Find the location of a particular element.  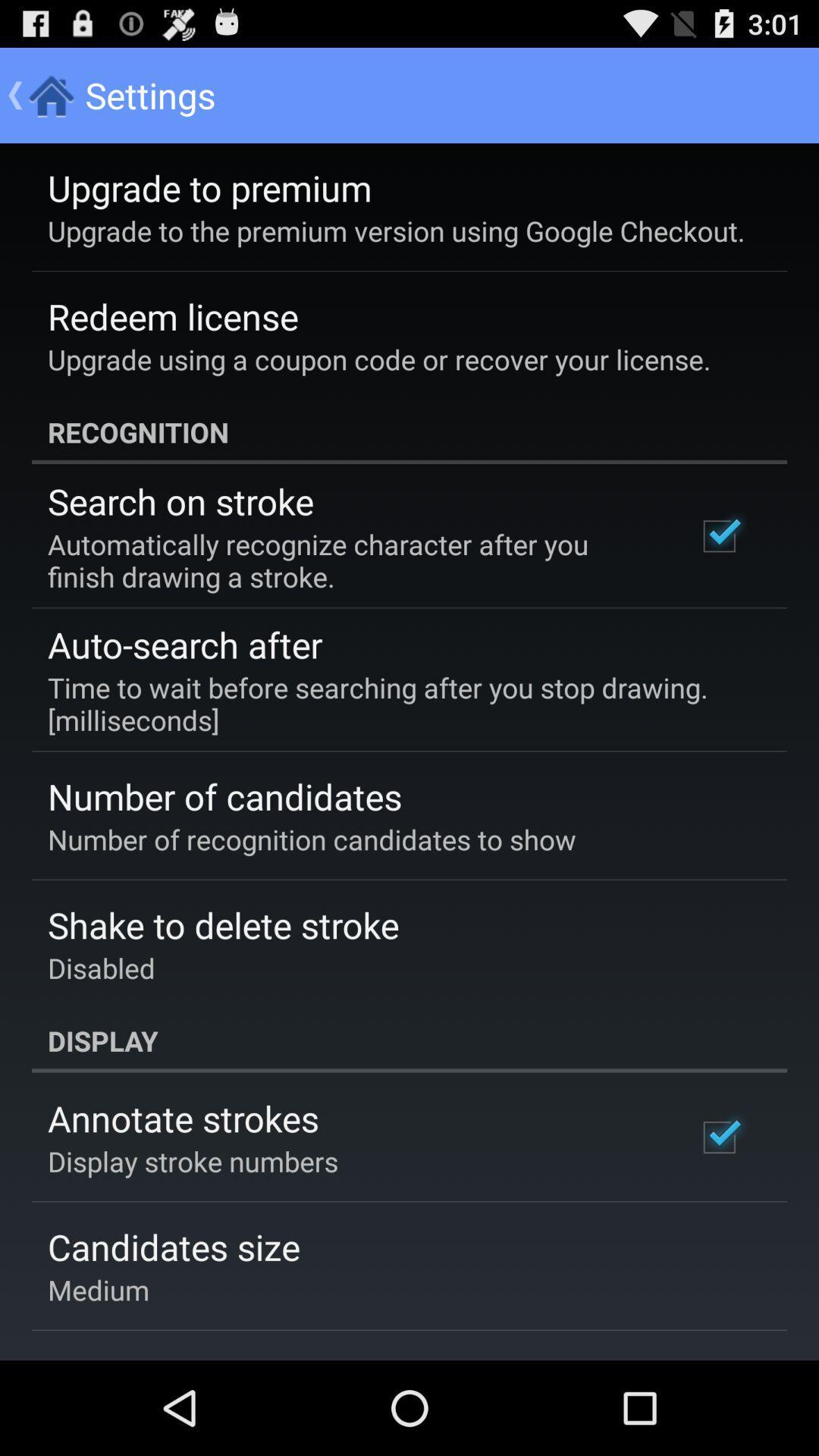

the app below the search on stroke is located at coordinates (351, 560).